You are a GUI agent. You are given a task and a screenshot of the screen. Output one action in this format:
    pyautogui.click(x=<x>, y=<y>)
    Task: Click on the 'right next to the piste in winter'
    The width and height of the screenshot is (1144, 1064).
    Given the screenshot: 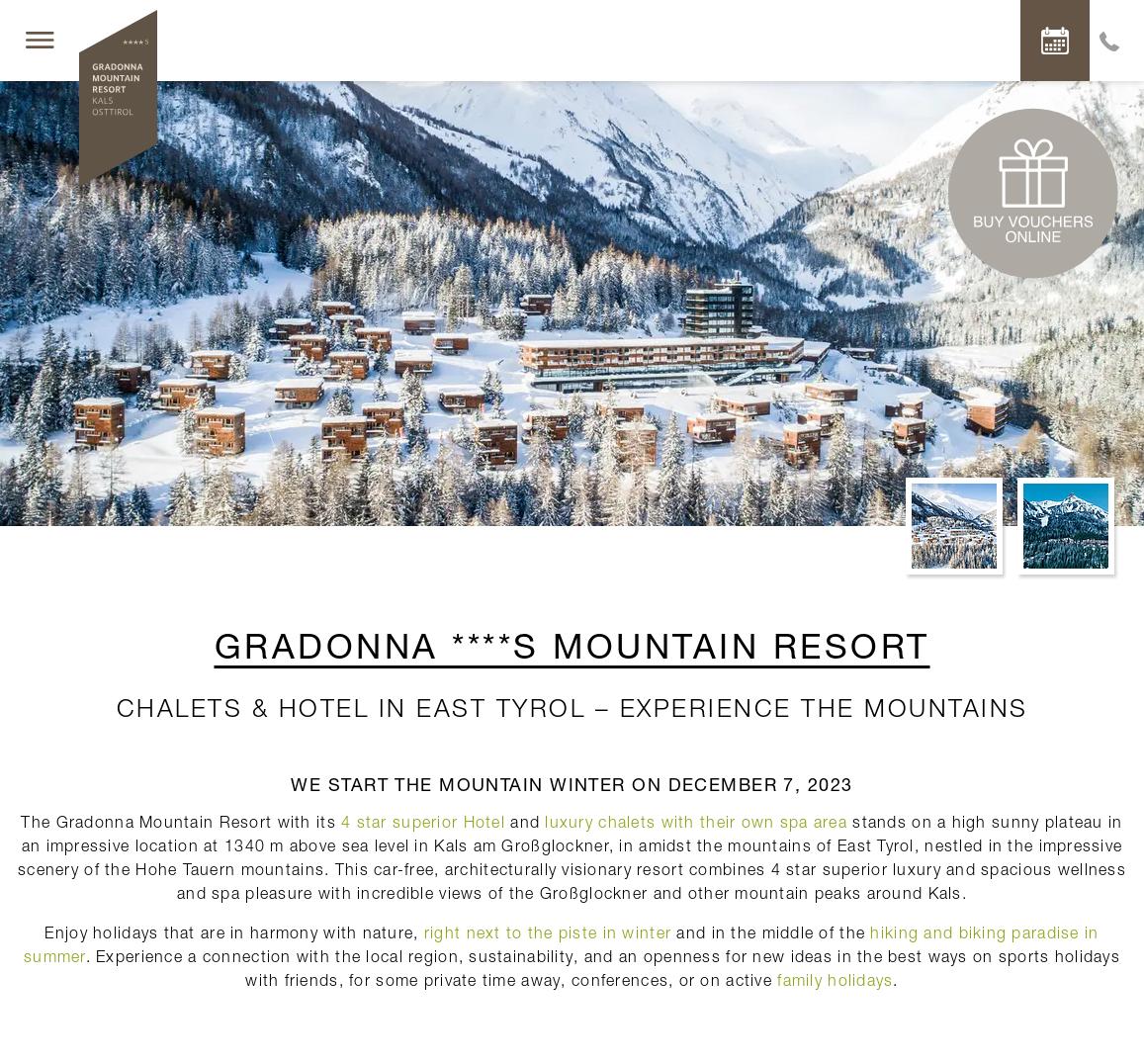 What is the action you would take?
    pyautogui.click(x=546, y=931)
    